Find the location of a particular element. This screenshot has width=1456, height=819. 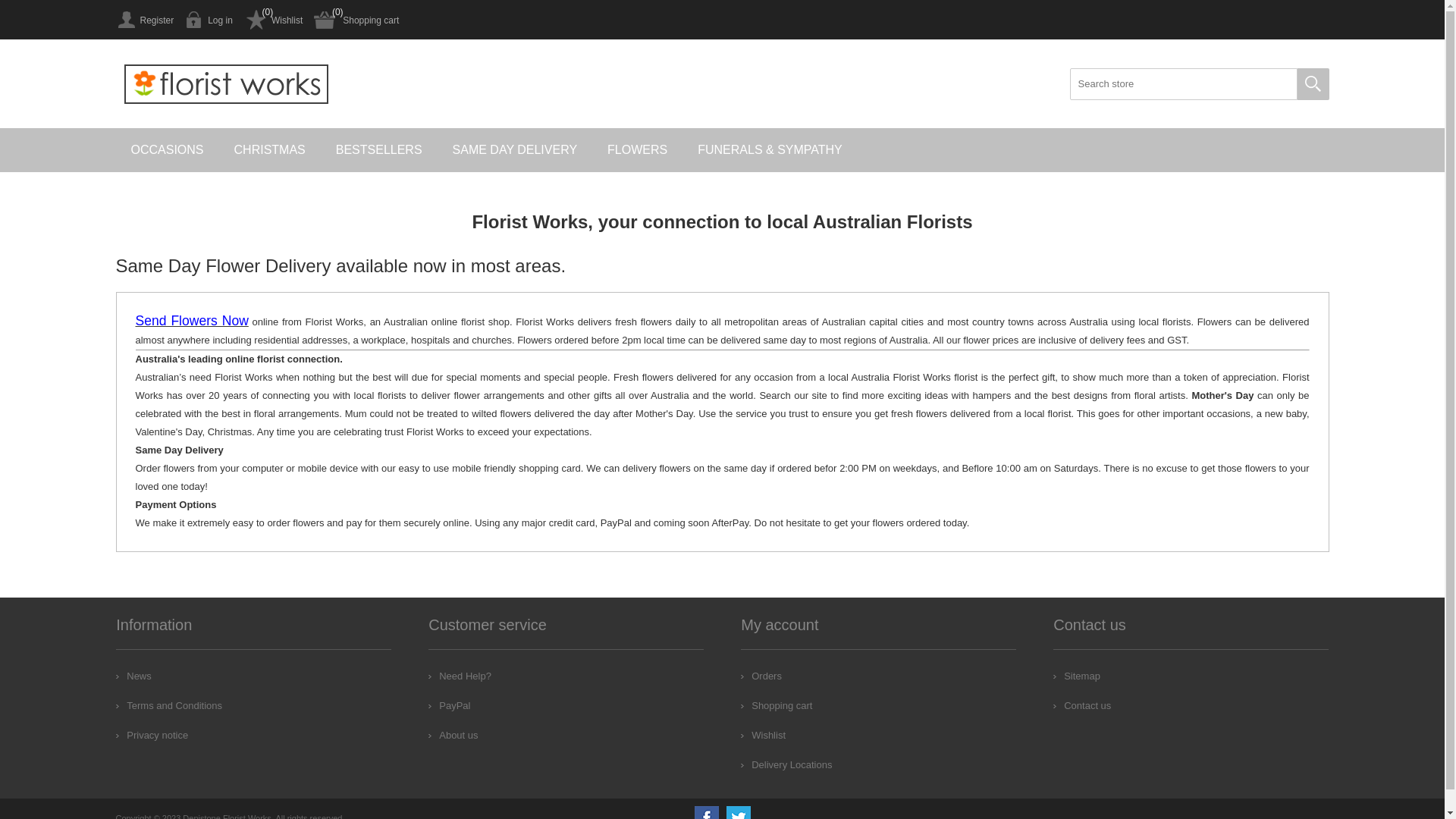

'Wishlist' is located at coordinates (763, 734).